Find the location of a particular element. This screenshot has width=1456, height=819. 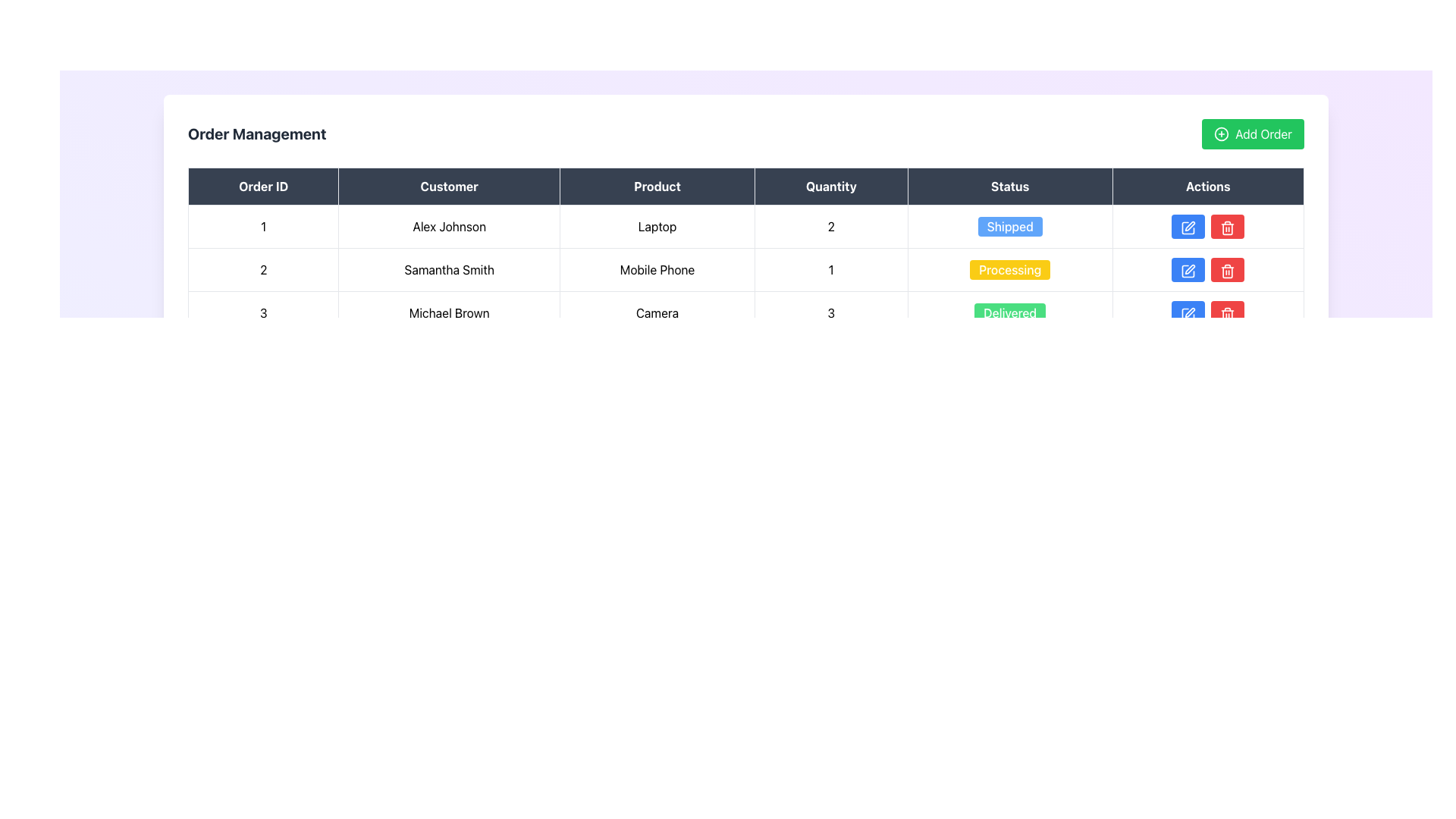

the table header cell labeled 'Status' which is part of a dark gray background in the fifth column of the table header is located at coordinates (1010, 186).